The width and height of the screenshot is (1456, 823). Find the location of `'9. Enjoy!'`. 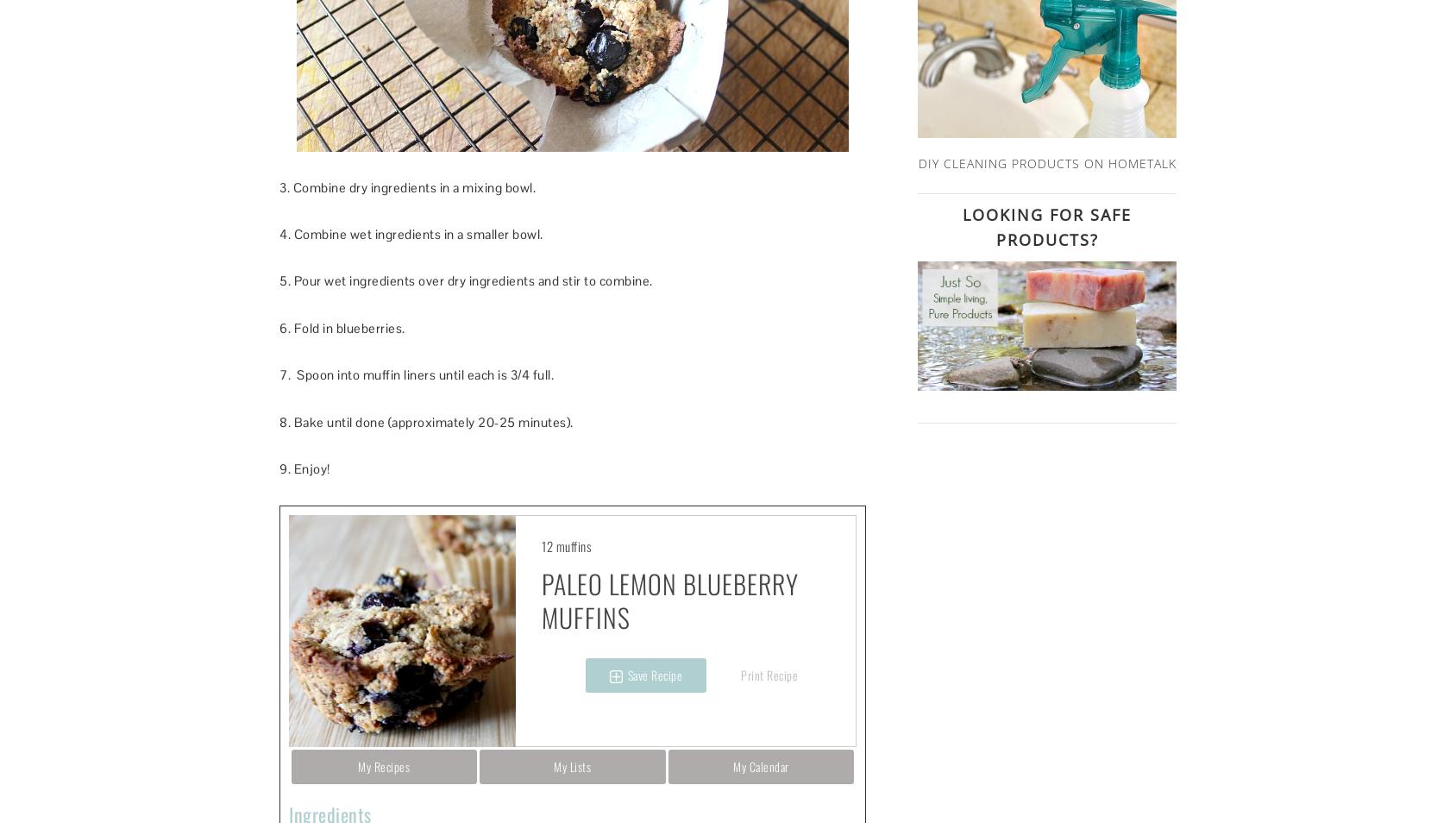

'9. Enjoy!' is located at coordinates (304, 467).